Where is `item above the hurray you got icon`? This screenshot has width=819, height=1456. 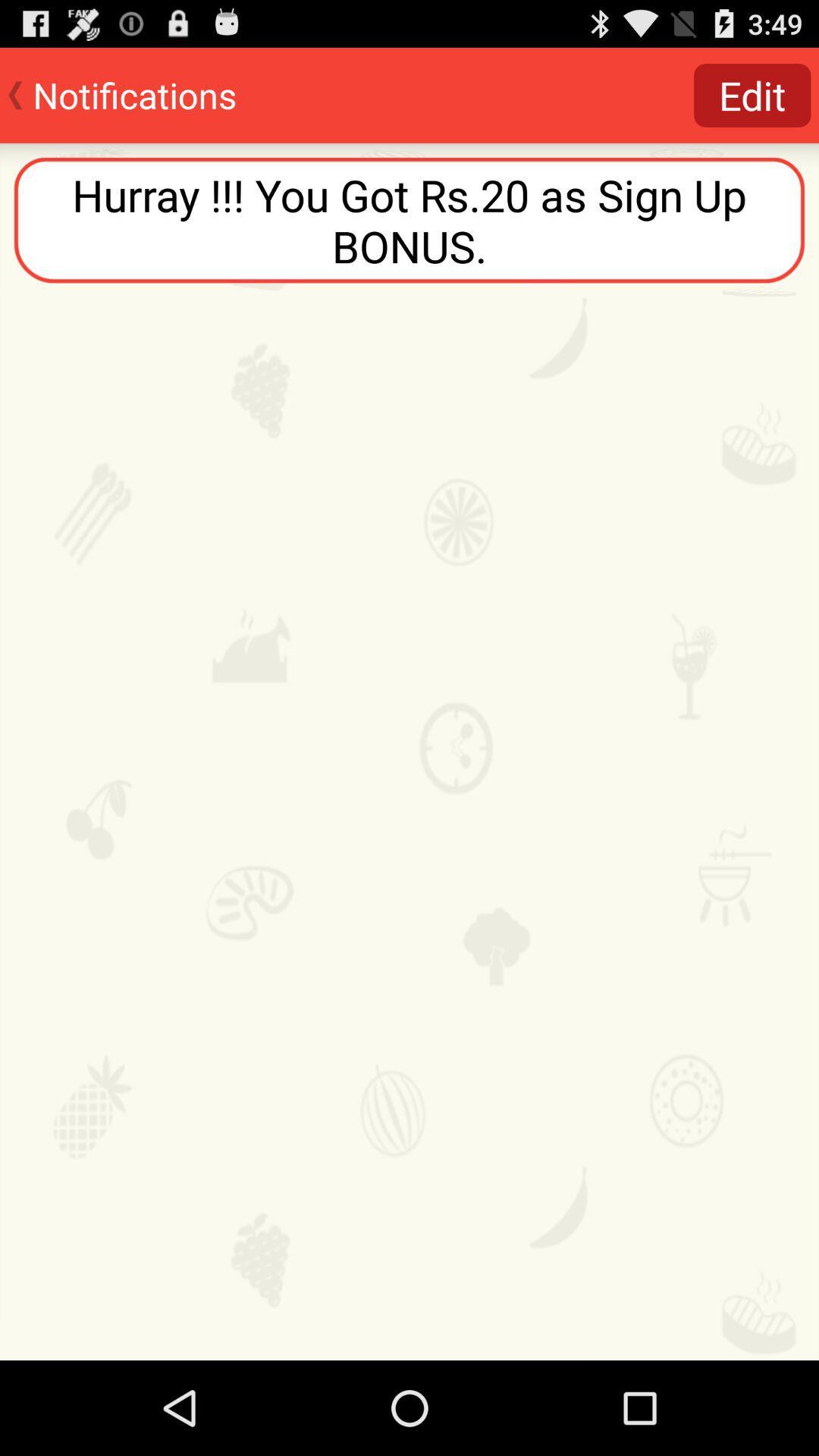 item above the hurray you got icon is located at coordinates (752, 94).